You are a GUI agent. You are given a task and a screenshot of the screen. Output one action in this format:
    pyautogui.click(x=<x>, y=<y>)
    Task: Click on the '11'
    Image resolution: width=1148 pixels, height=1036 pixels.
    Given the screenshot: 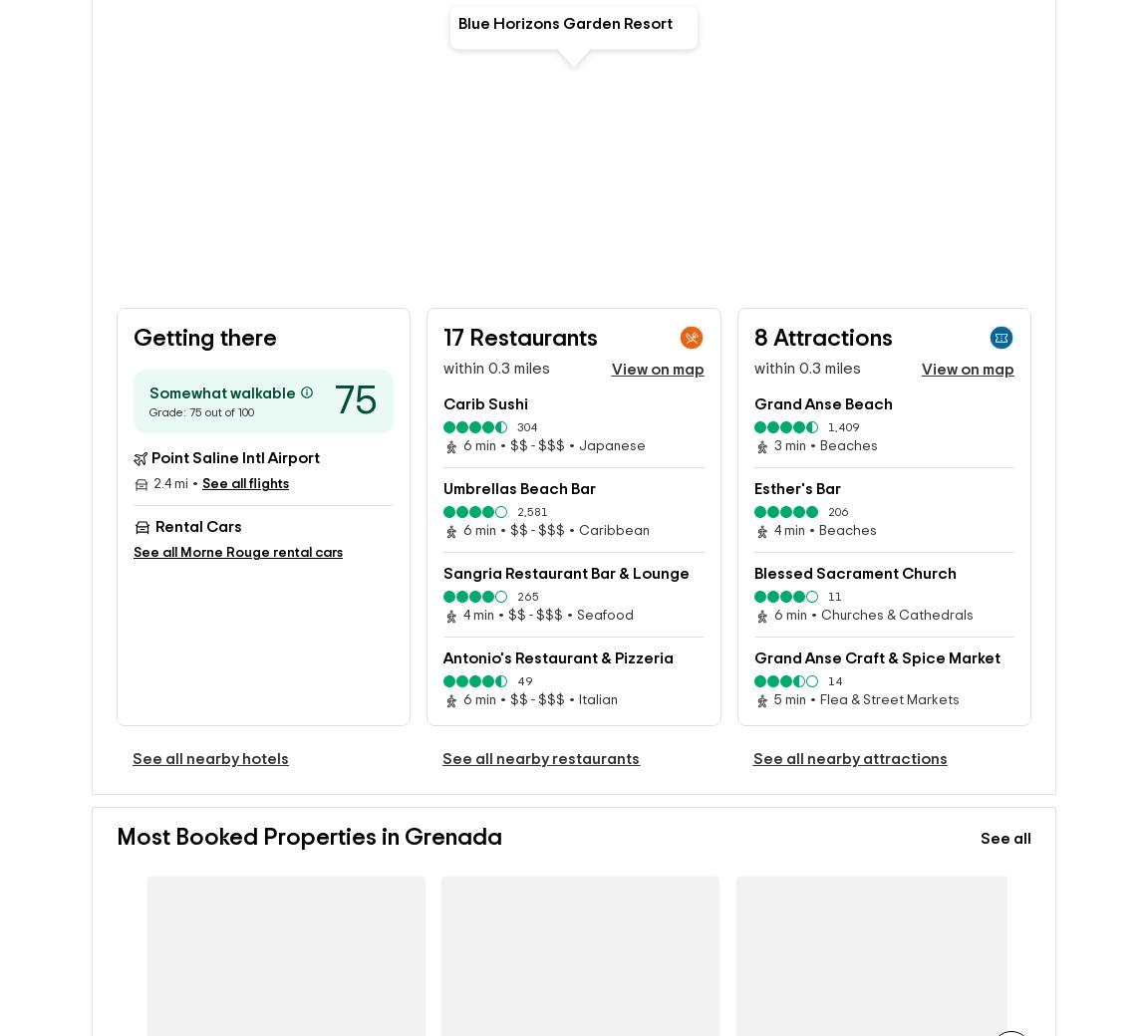 What is the action you would take?
    pyautogui.click(x=834, y=599)
    